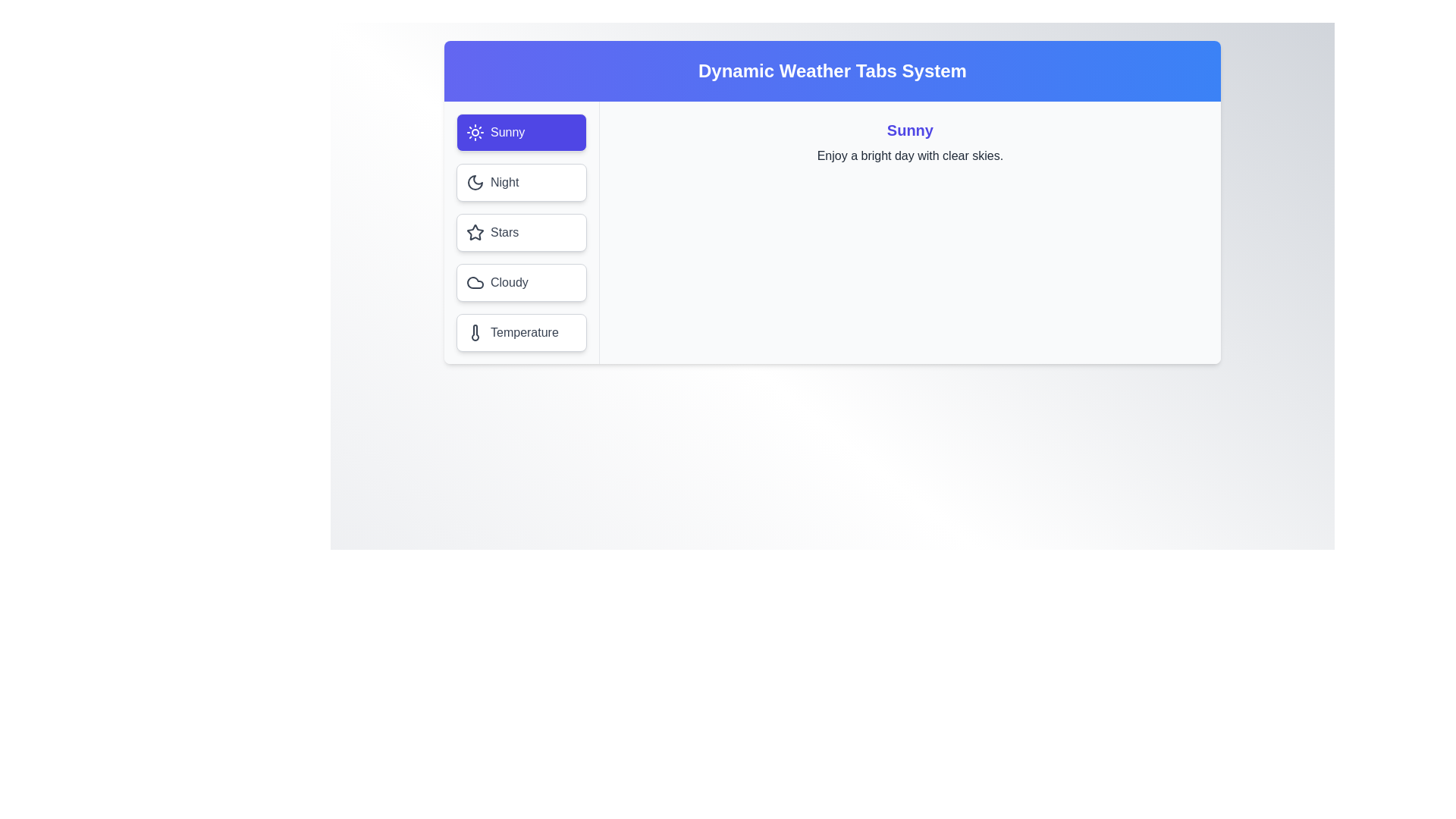 The height and width of the screenshot is (819, 1456). Describe the element at coordinates (521, 131) in the screenshot. I see `the Sunny tab` at that location.